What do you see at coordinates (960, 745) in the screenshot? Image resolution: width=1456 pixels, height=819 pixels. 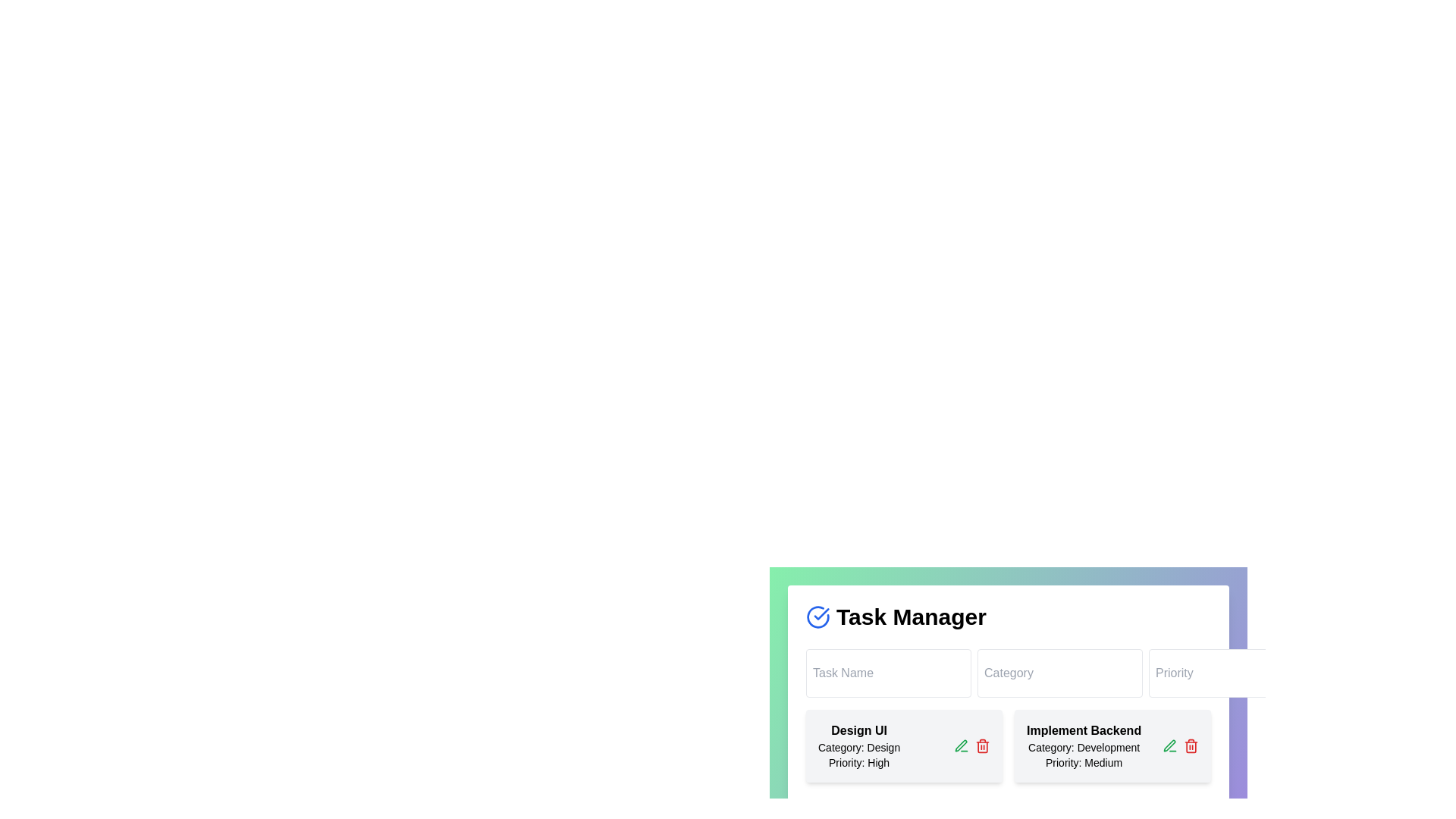 I see `the first green pen icon located in the top left corner of the interface to initiate the edit functionality` at bounding box center [960, 745].